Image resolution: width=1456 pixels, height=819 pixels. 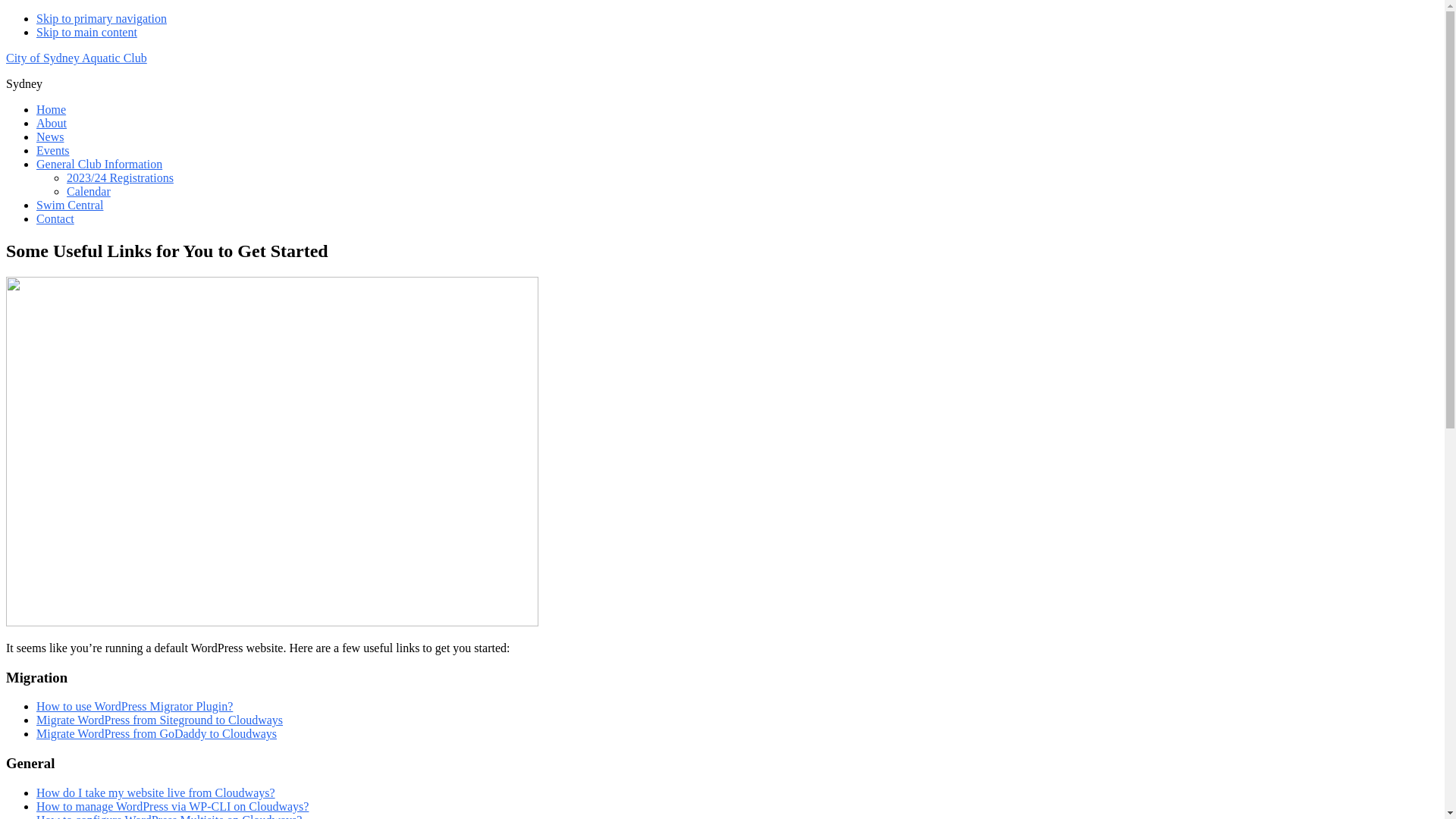 What do you see at coordinates (36, 706) in the screenshot?
I see `'How to use WordPress Migrator Plugin?'` at bounding box center [36, 706].